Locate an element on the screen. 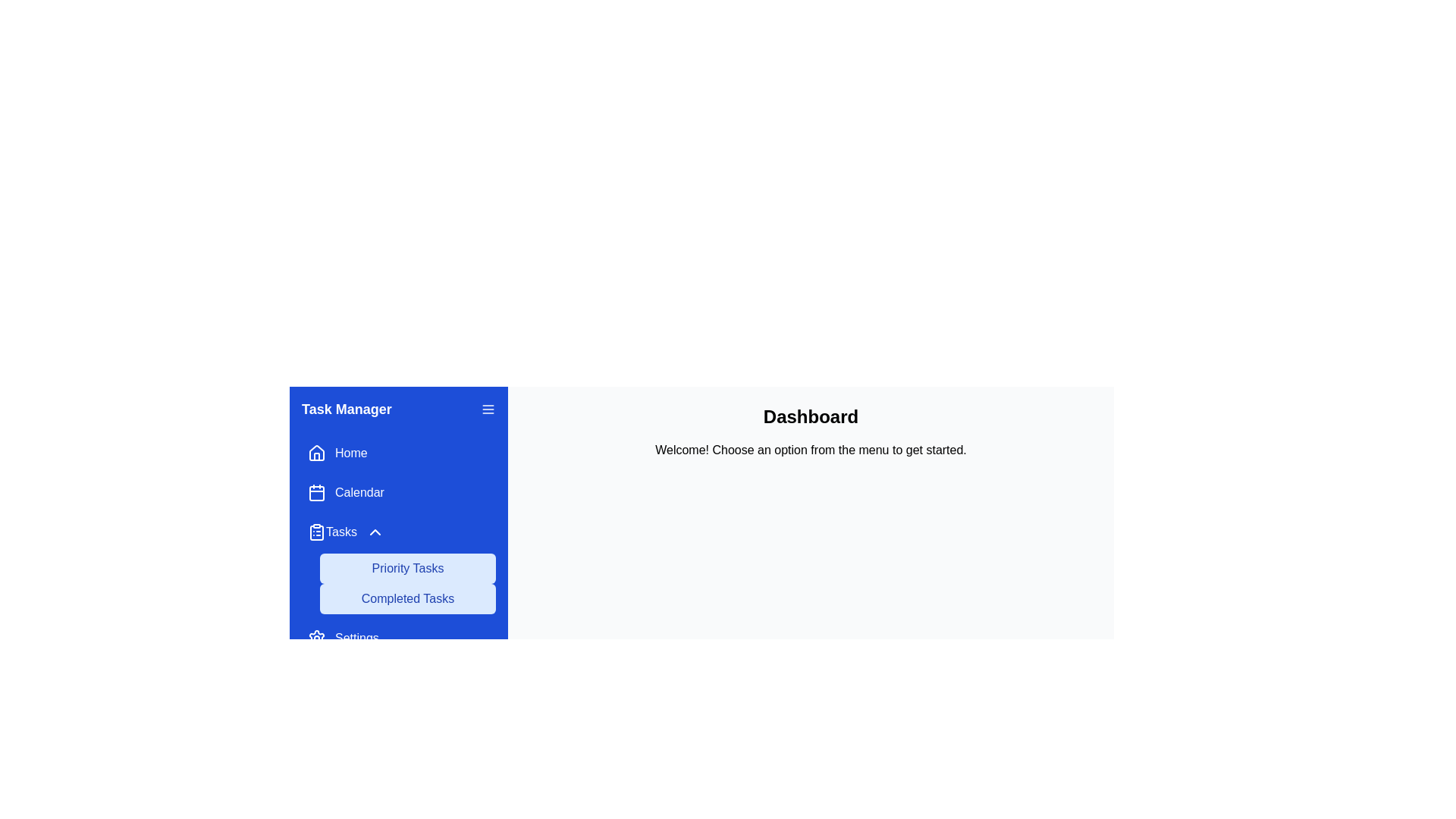  the Navigation menu options in the Task Manager panel is located at coordinates (399, 546).